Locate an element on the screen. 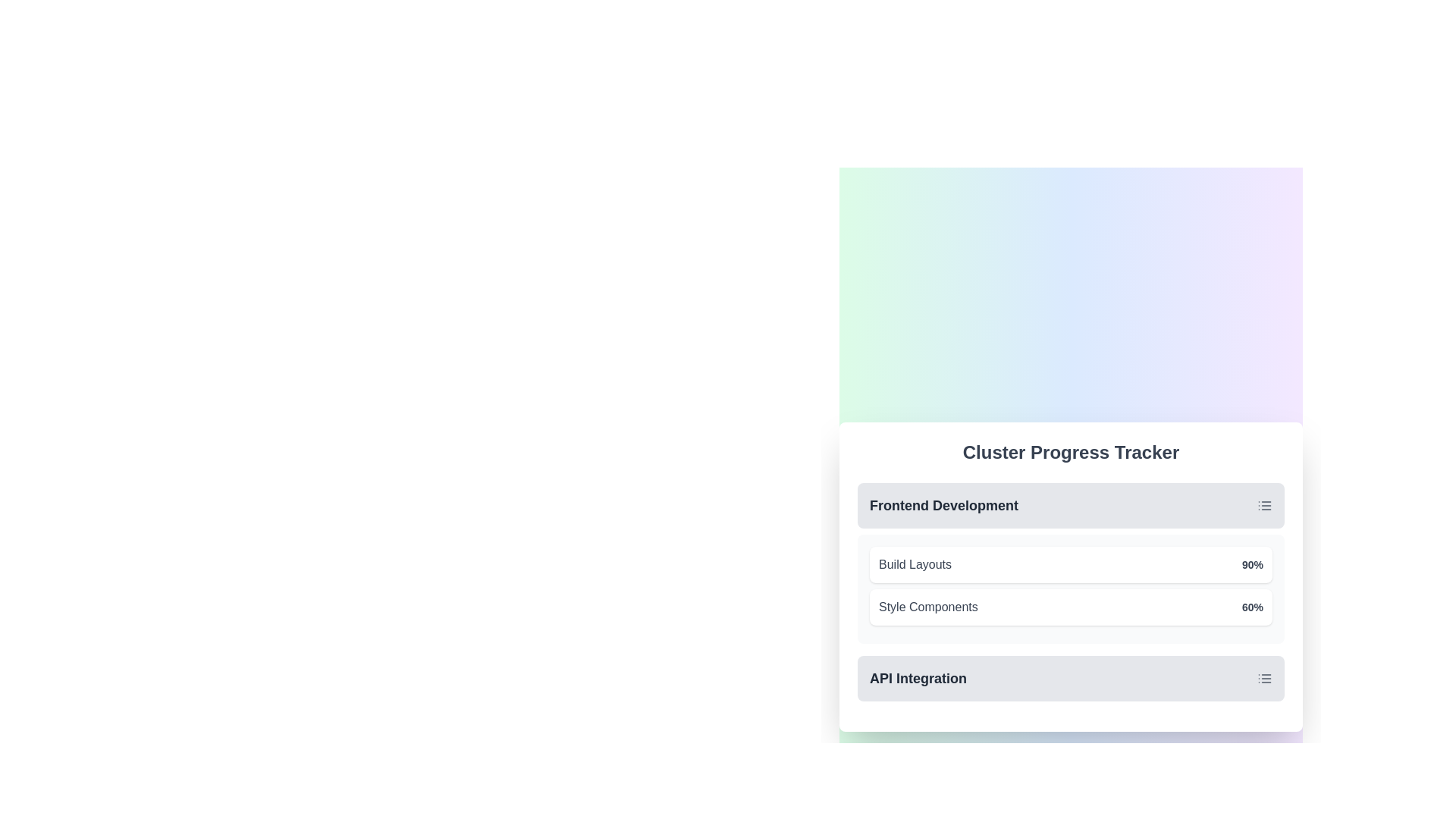  percentage value '90%' displayed in bold gray text next to the 'Build Layouts' label within the progress tracker card is located at coordinates (1249, 564).